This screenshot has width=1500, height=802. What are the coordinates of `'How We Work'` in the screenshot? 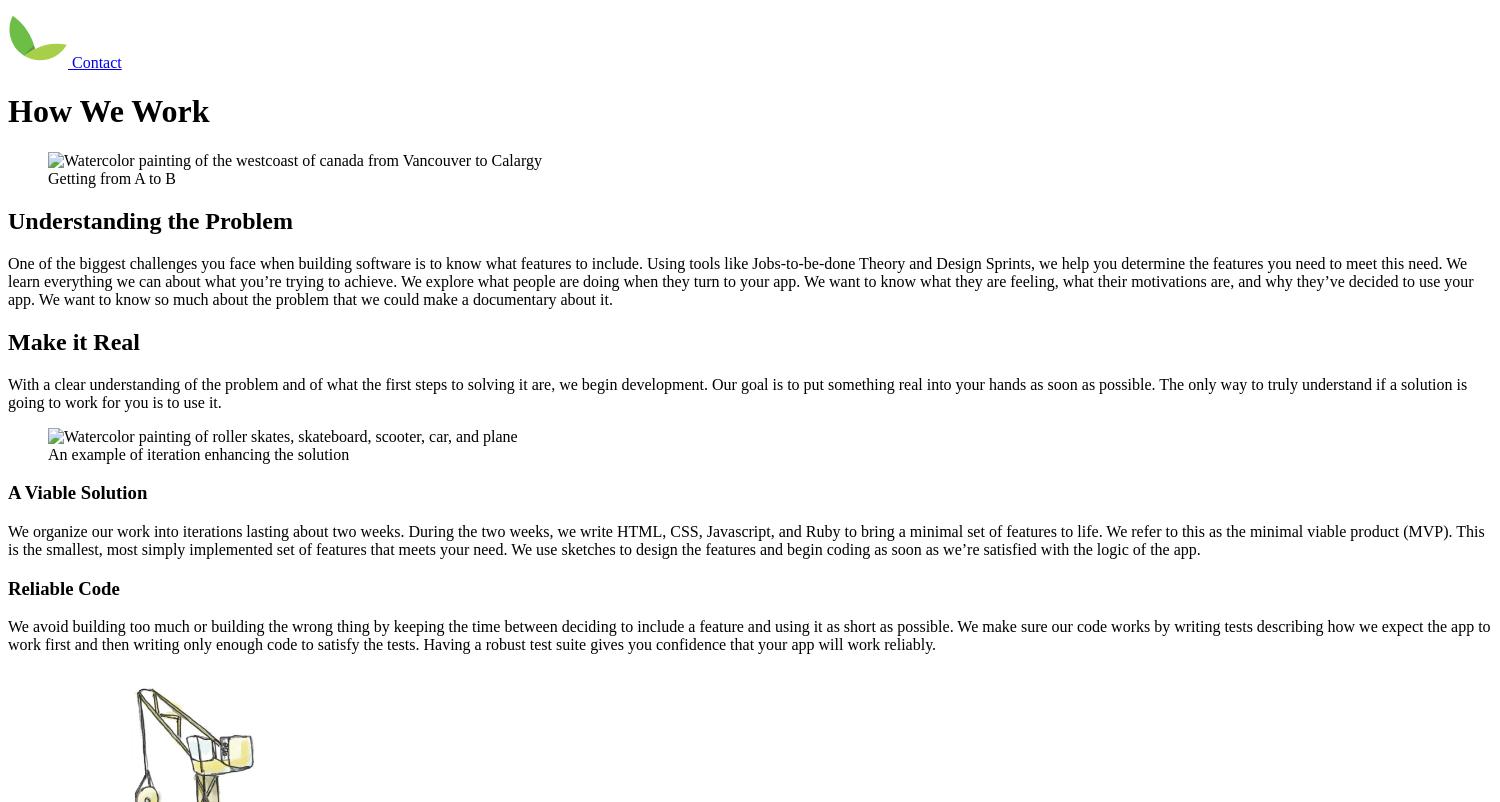 It's located at (107, 110).